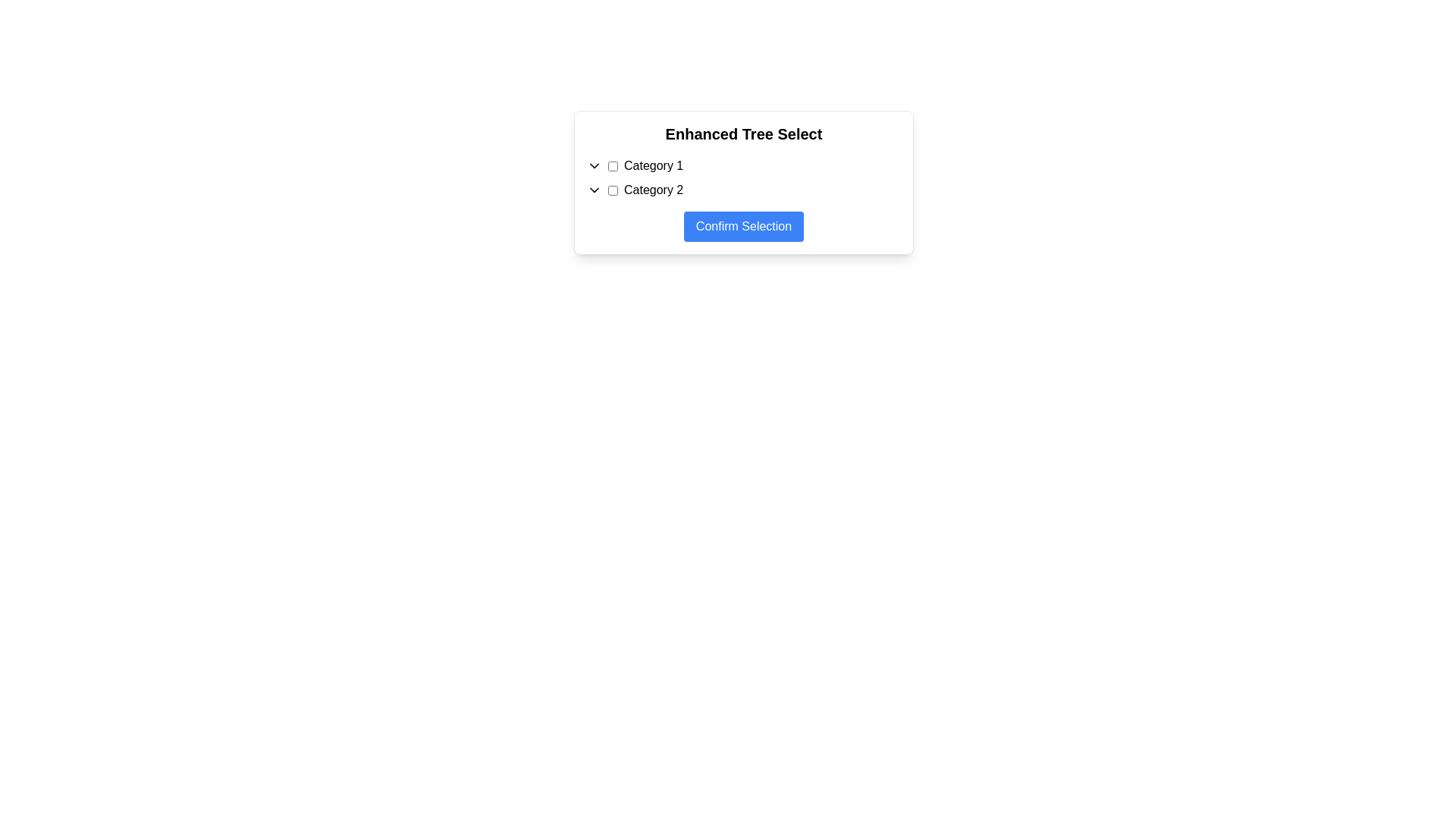 This screenshot has width=1456, height=819. Describe the element at coordinates (613, 166) in the screenshot. I see `the checkbox` at that location.